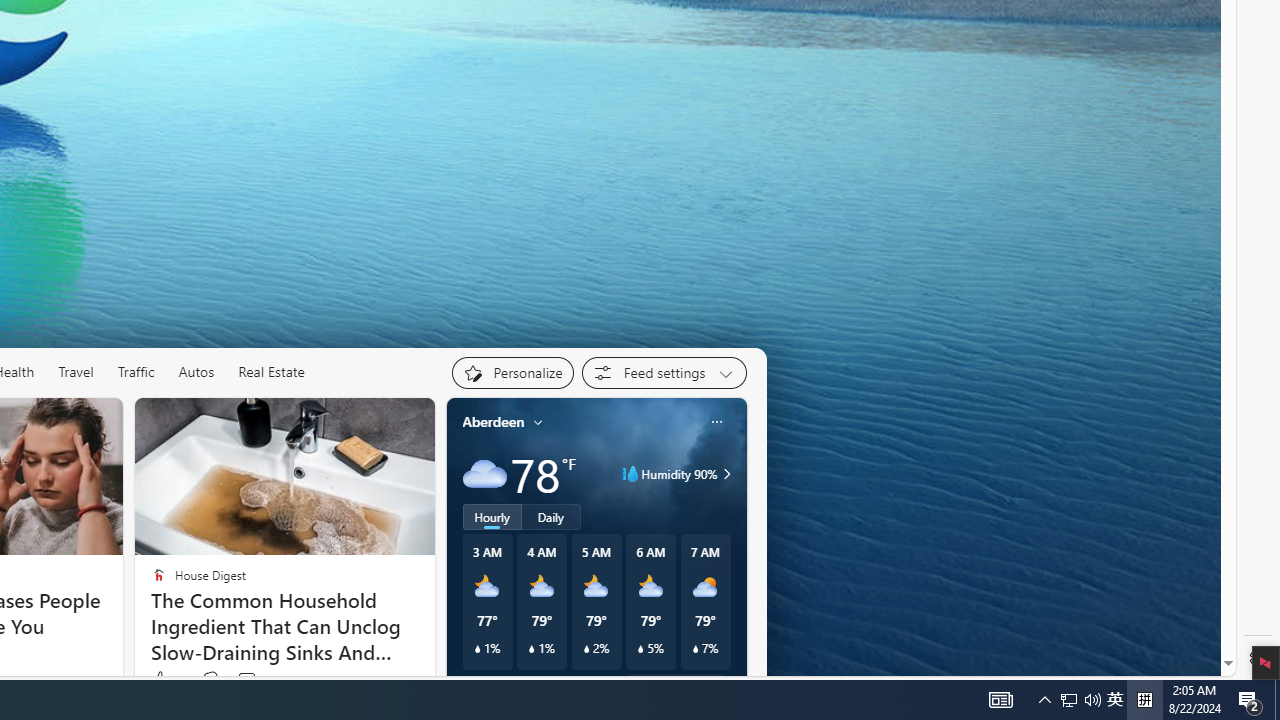 Image resolution: width=1280 pixels, height=720 pixels. I want to click on 'Cloudy', so click(484, 474).